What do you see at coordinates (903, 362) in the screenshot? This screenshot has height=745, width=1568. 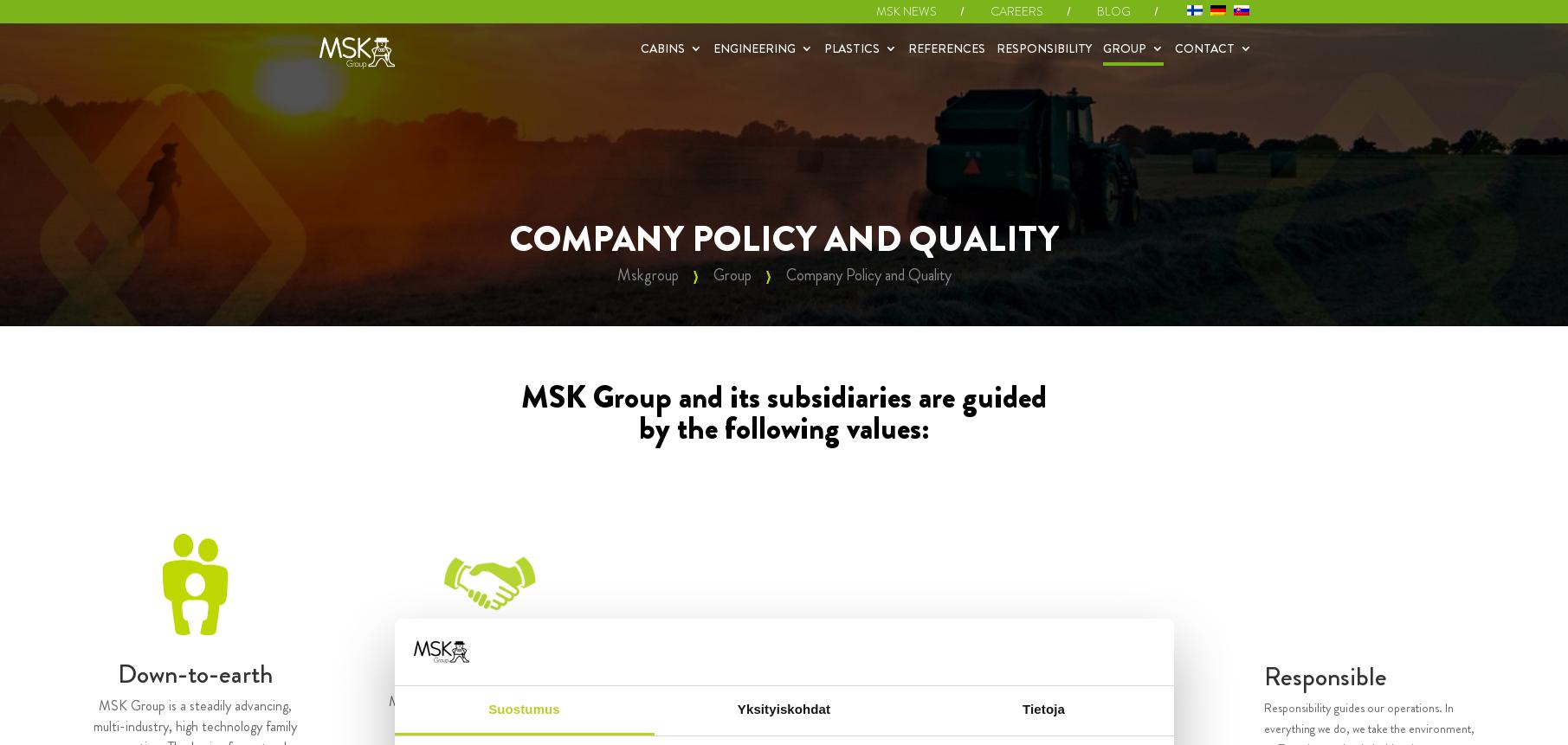 I see `'Quick models'` at bounding box center [903, 362].